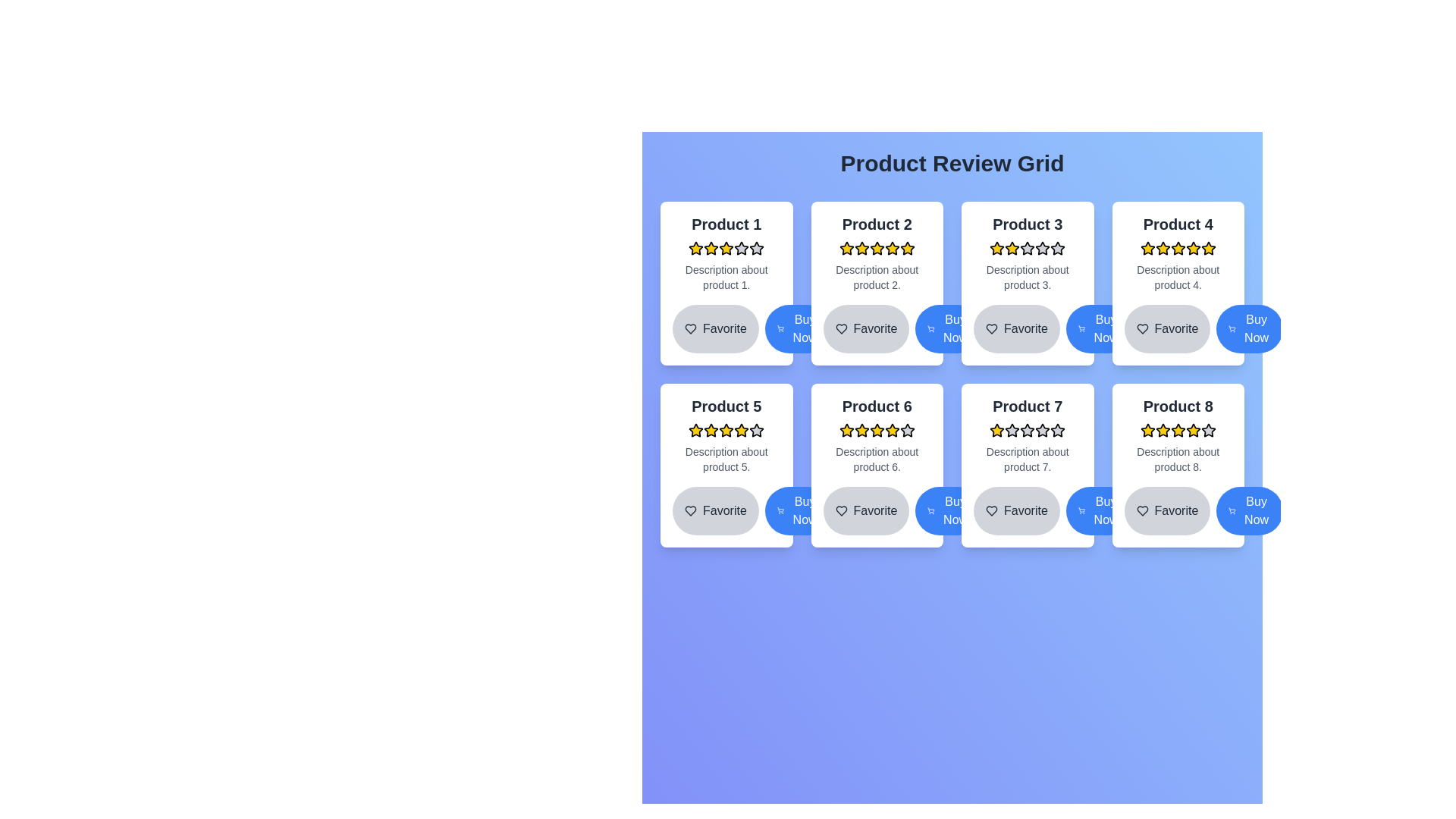  Describe the element at coordinates (1162, 430) in the screenshot. I see `the third star icon in the rating section of the card for 'Product 8' located in the bottom-right part of the grid layout` at that location.